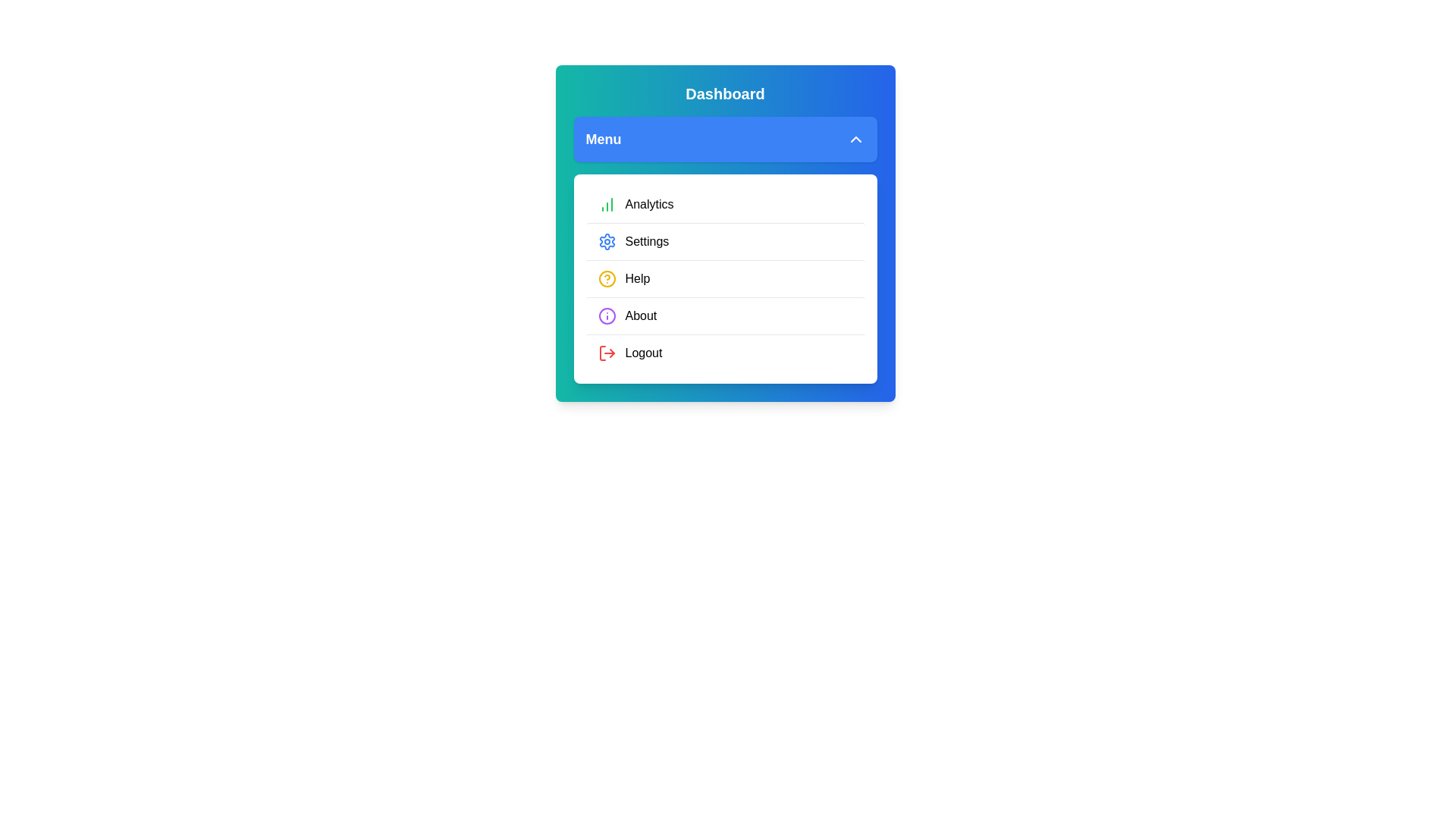 This screenshot has height=819, width=1456. I want to click on the 'Settings' list entry, which is the second row in a vertically stacked list of options, so click(724, 240).